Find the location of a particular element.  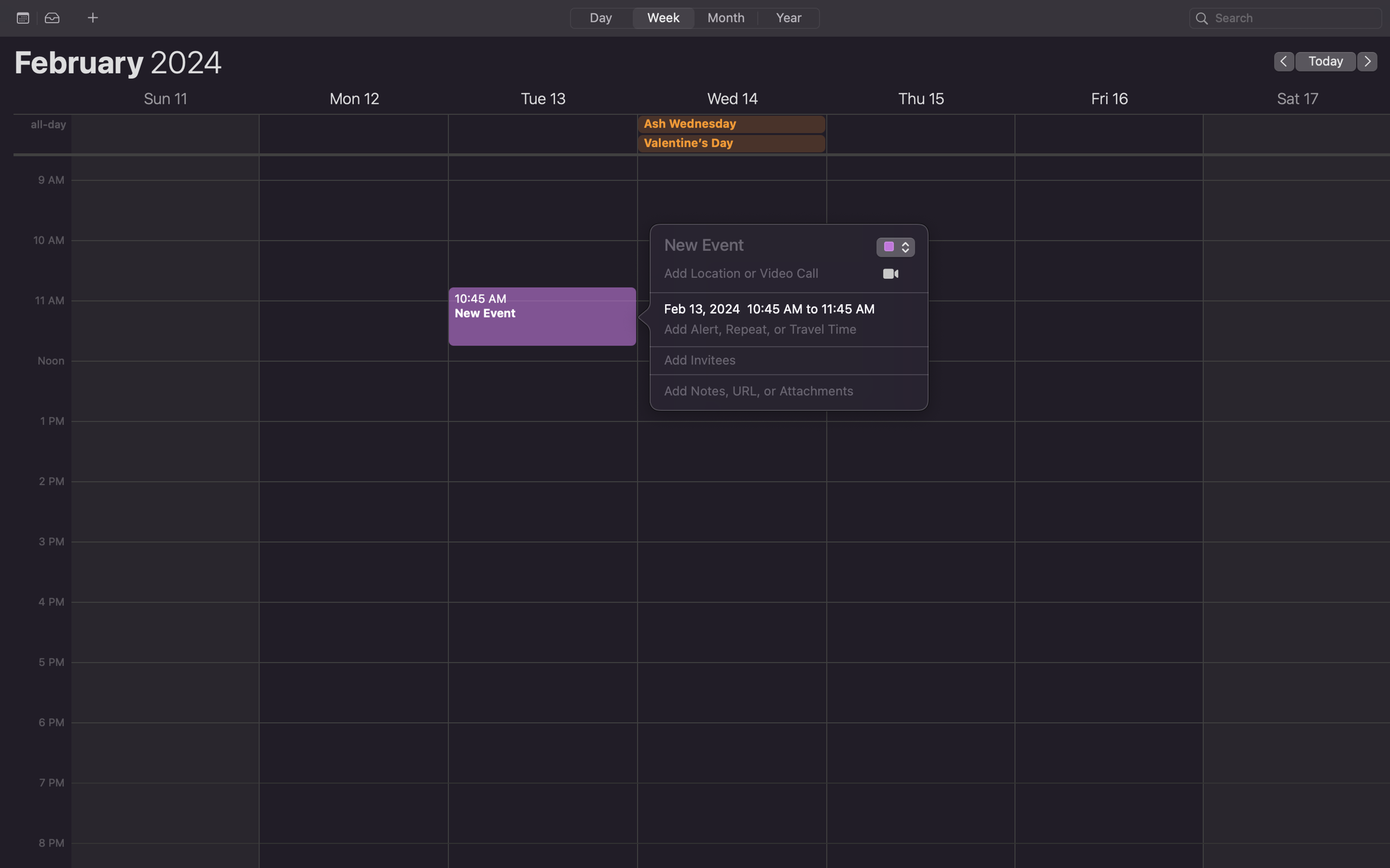

In the "add invitees" section, type in "jane@gmail.com" and confirm is located at coordinates (776, 361).